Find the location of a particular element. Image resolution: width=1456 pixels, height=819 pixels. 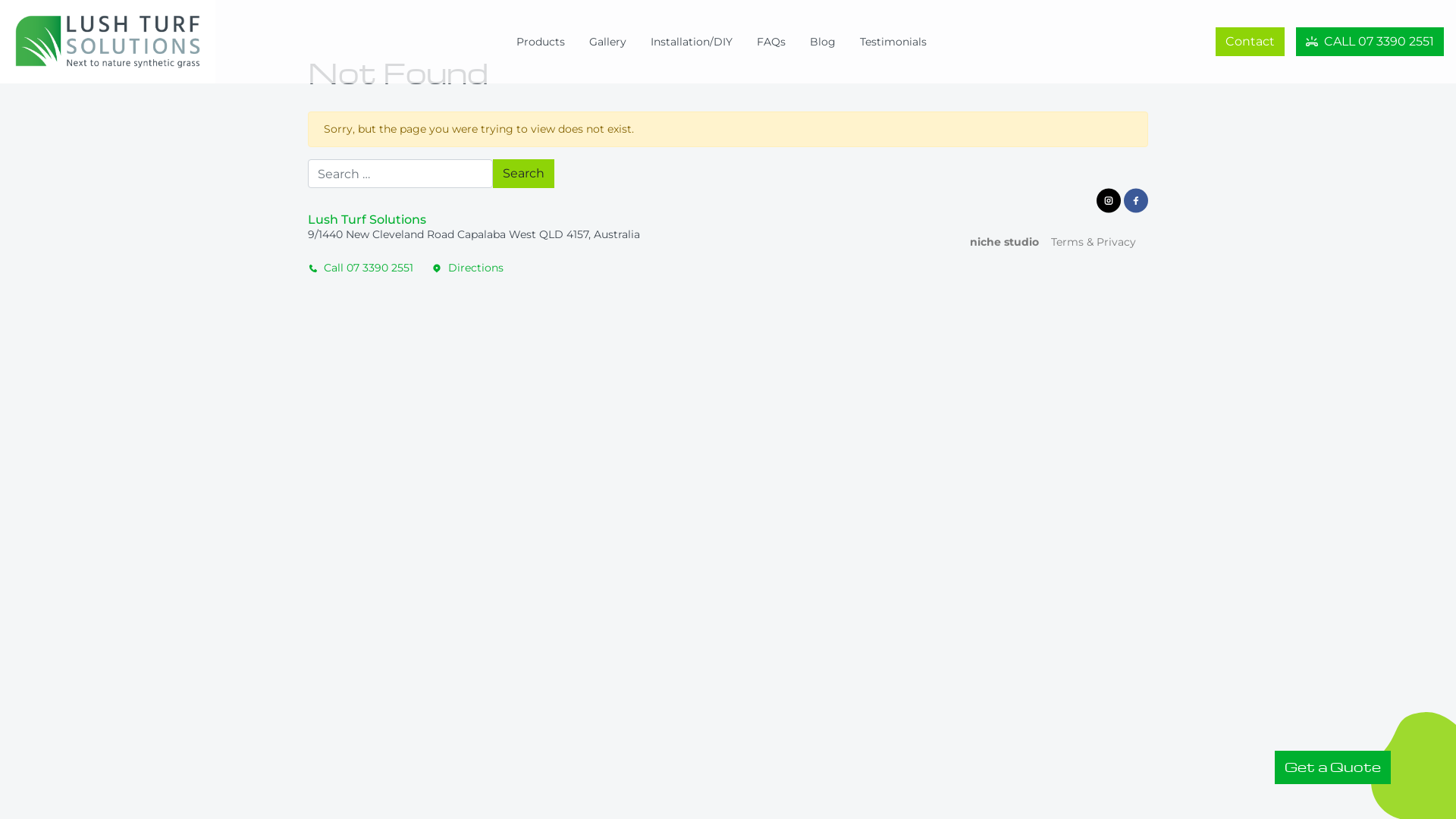

'FAQs' is located at coordinates (771, 41).